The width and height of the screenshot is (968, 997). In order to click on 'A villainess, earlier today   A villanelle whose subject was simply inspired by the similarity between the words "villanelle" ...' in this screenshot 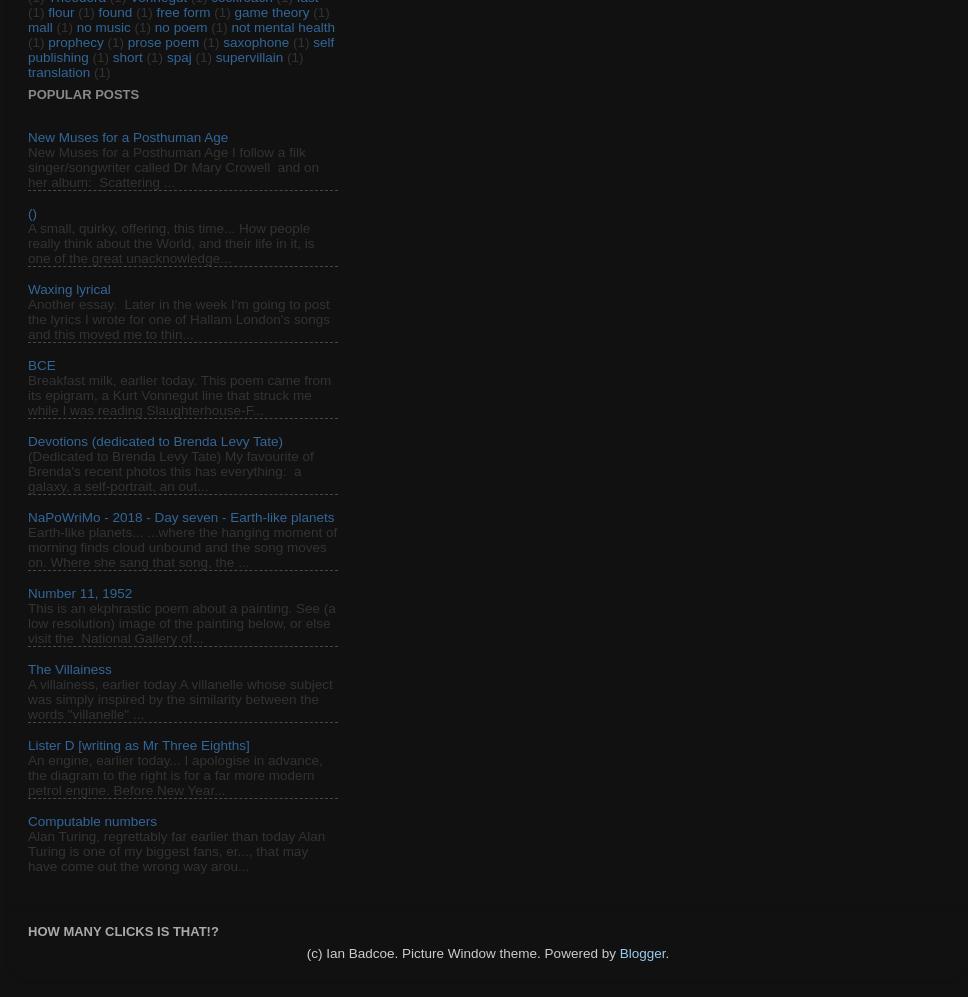, I will do `click(180, 698)`.